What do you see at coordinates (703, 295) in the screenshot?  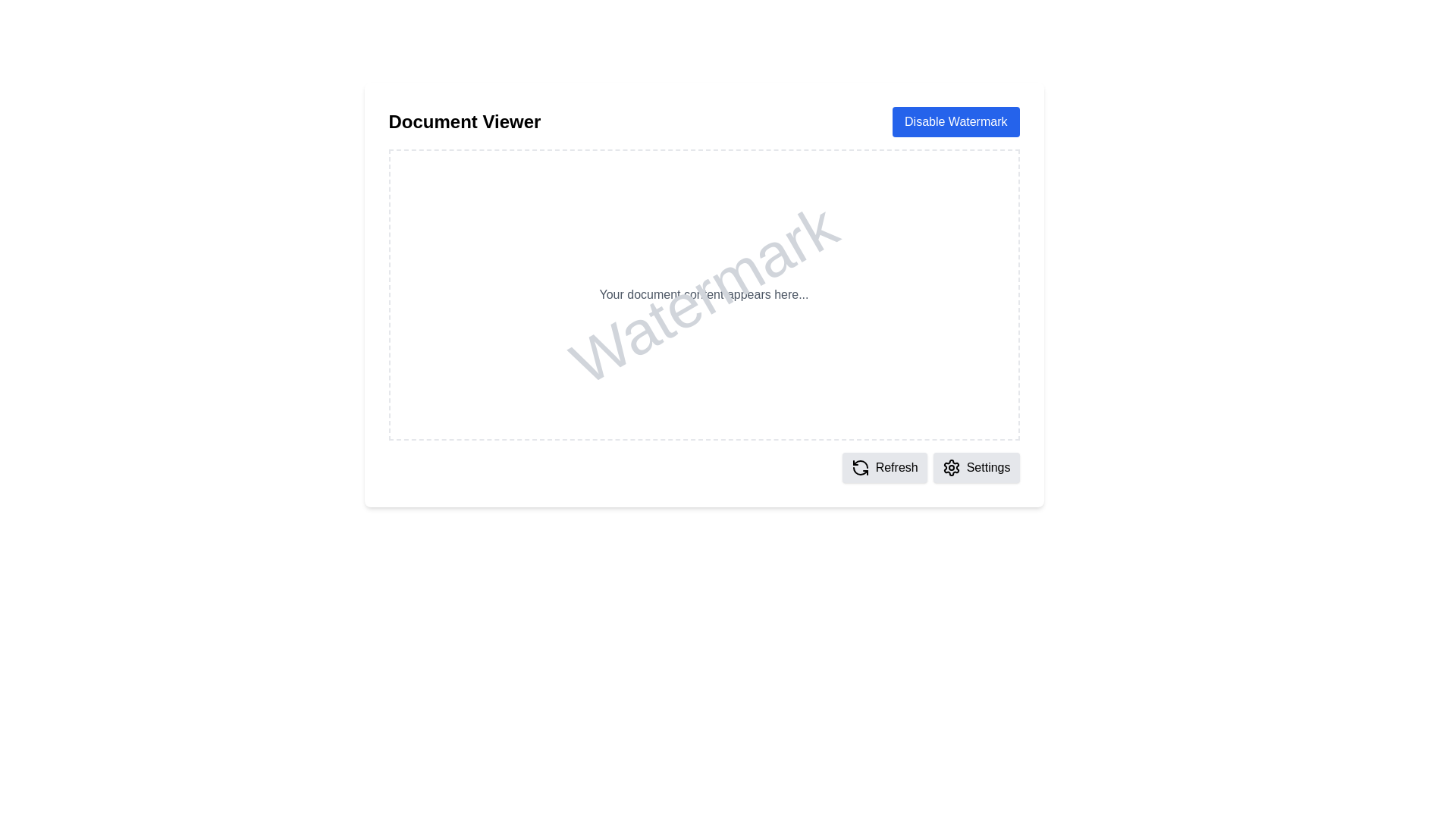 I see `the text component that reads 'Your document content appears here...' within the dashed-bordered rectangular area` at bounding box center [703, 295].